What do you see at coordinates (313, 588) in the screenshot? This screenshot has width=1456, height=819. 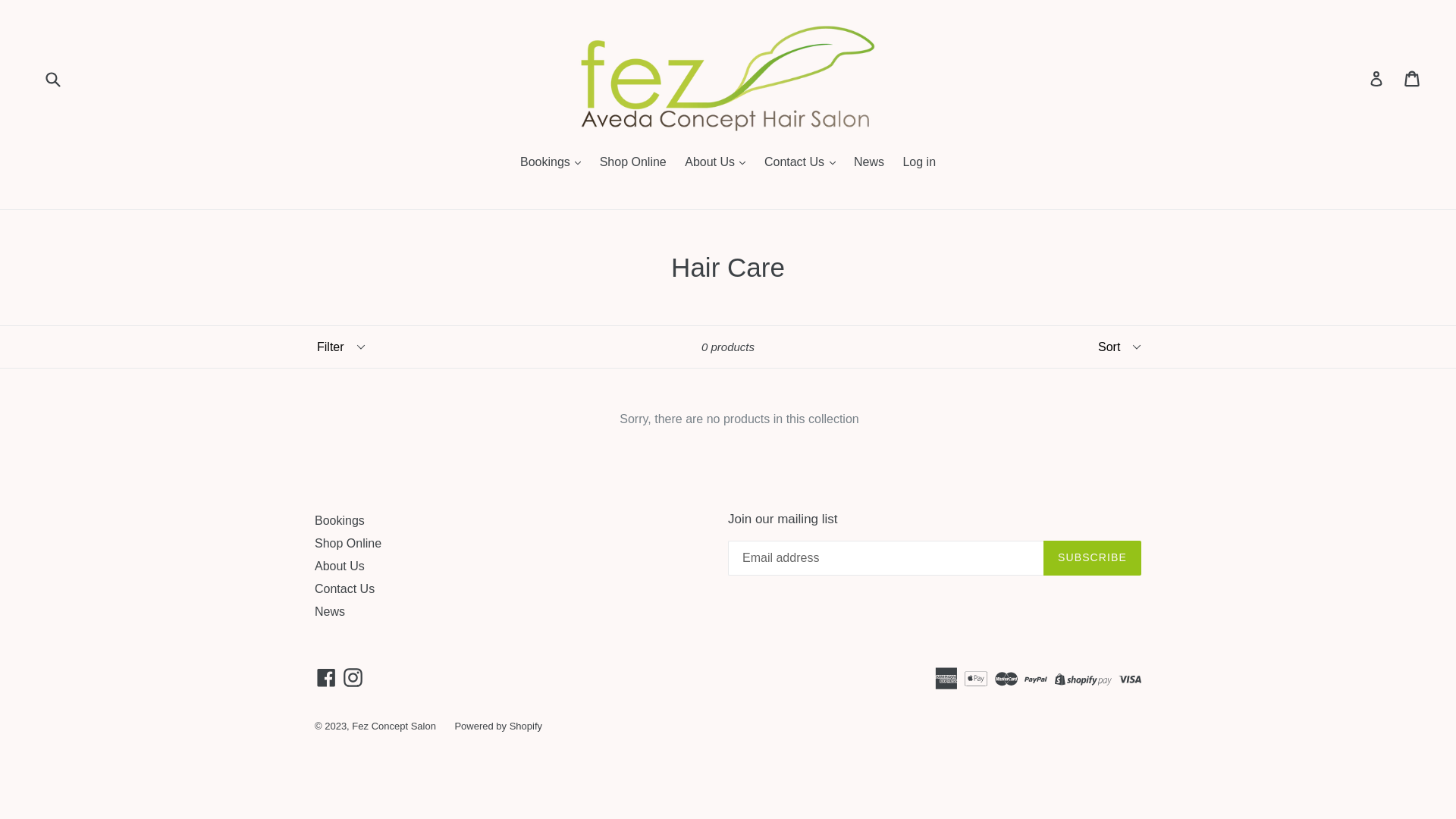 I see `'Contact Us'` at bounding box center [313, 588].